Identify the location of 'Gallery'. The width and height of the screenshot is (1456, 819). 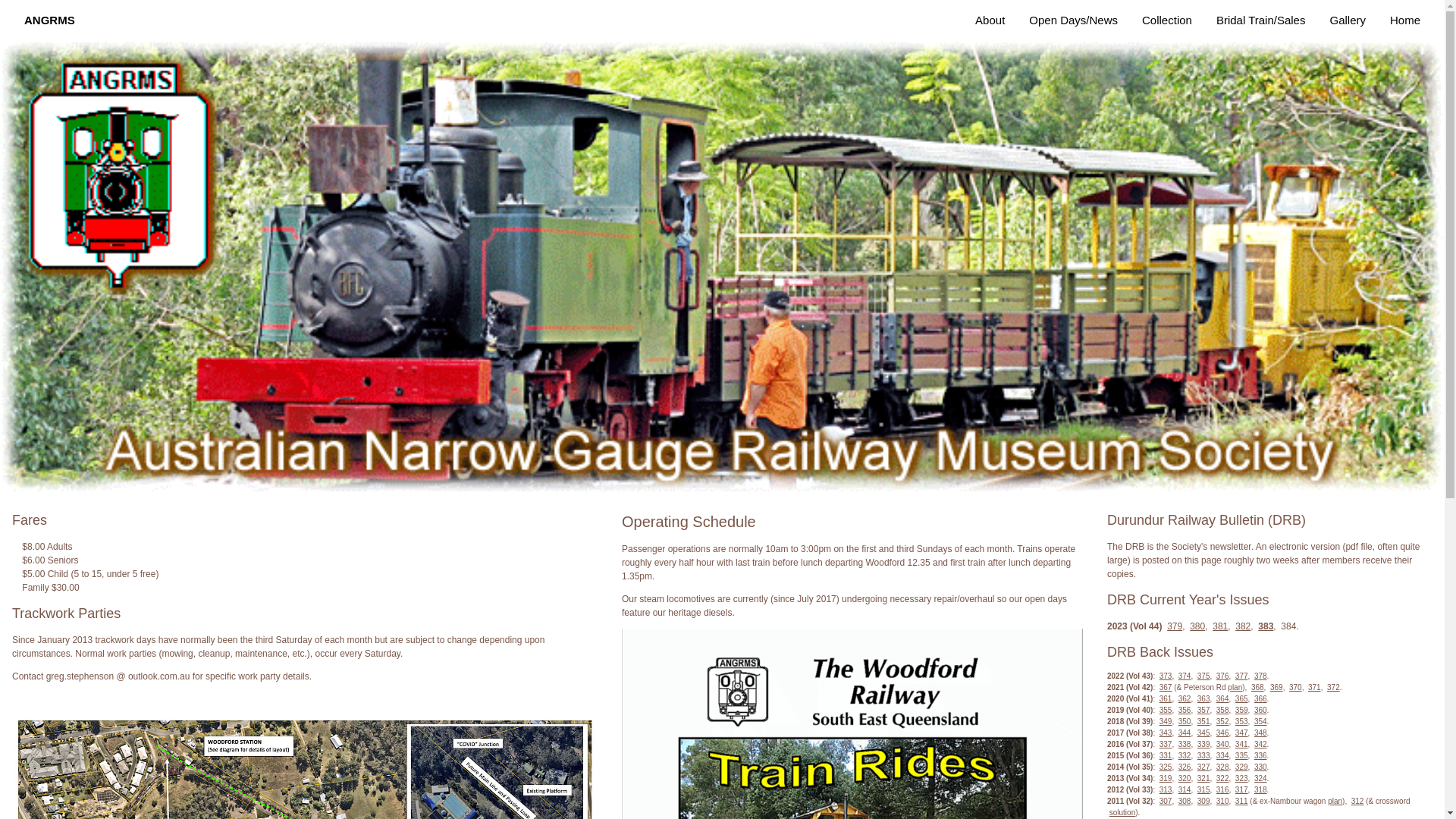
(1347, 20).